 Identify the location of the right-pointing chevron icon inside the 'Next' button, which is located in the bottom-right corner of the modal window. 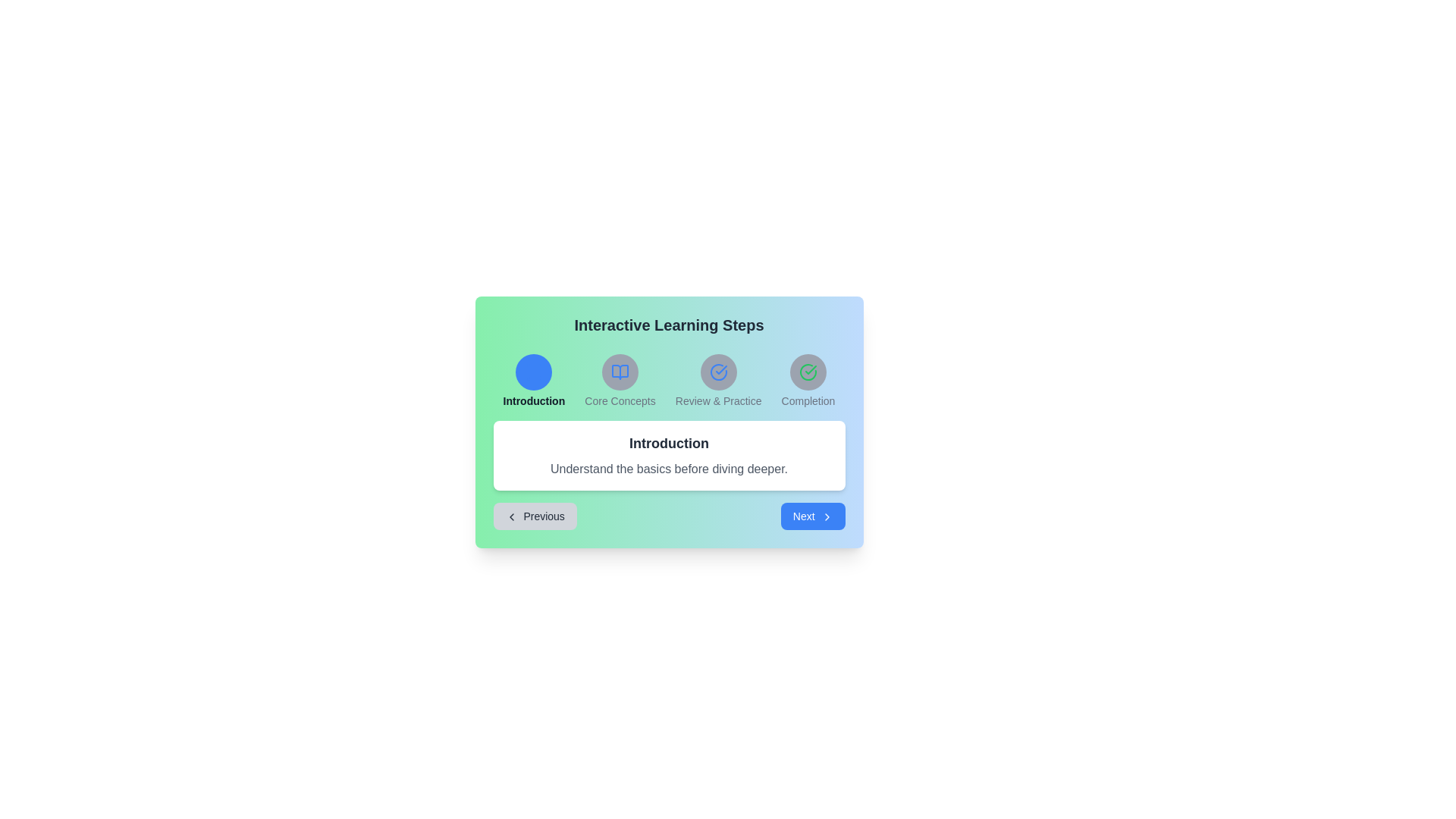
(826, 516).